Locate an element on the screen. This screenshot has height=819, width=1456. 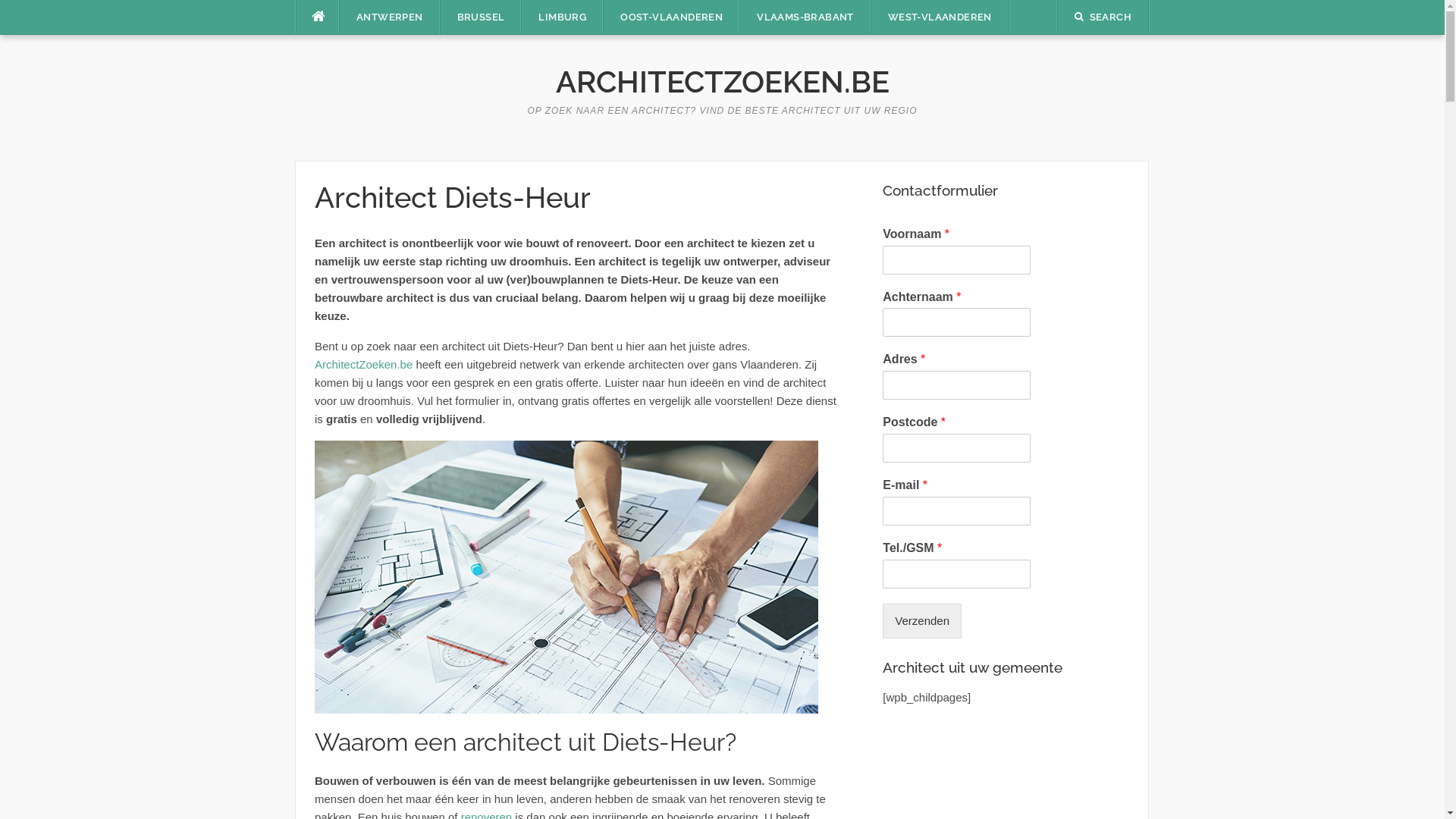
'LIMBURG' is located at coordinates (561, 17).